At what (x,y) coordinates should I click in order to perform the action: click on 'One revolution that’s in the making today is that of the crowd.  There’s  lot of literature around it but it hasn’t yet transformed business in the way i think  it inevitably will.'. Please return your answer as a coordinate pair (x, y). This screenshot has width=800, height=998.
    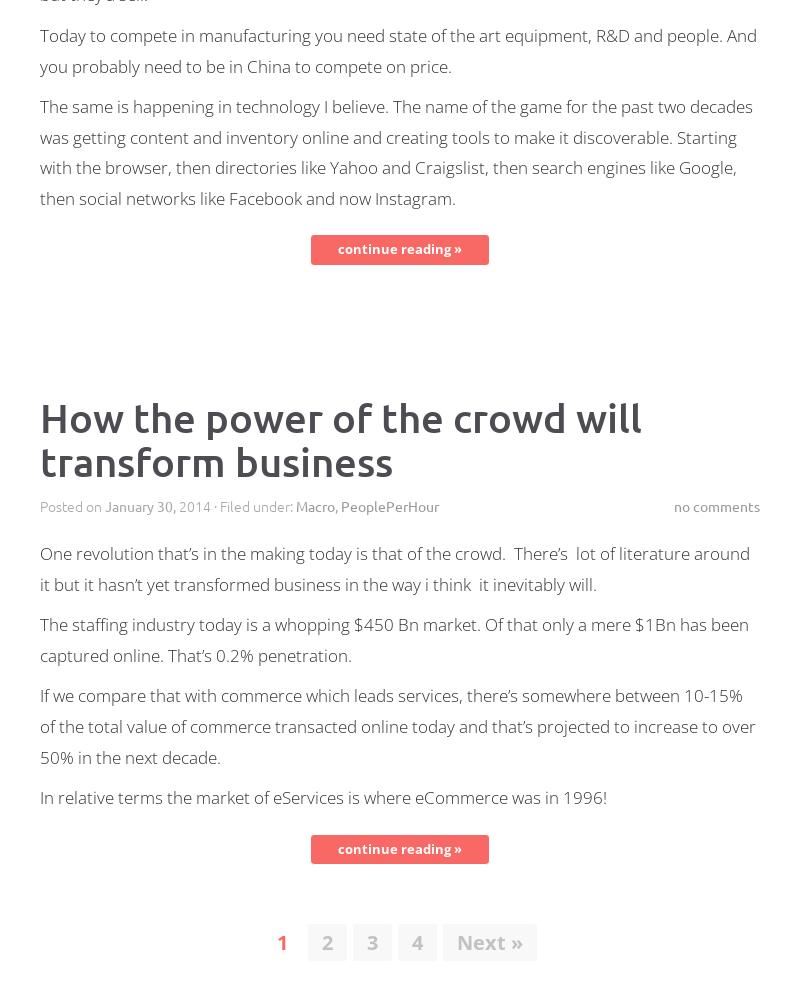
    Looking at the image, I should click on (394, 567).